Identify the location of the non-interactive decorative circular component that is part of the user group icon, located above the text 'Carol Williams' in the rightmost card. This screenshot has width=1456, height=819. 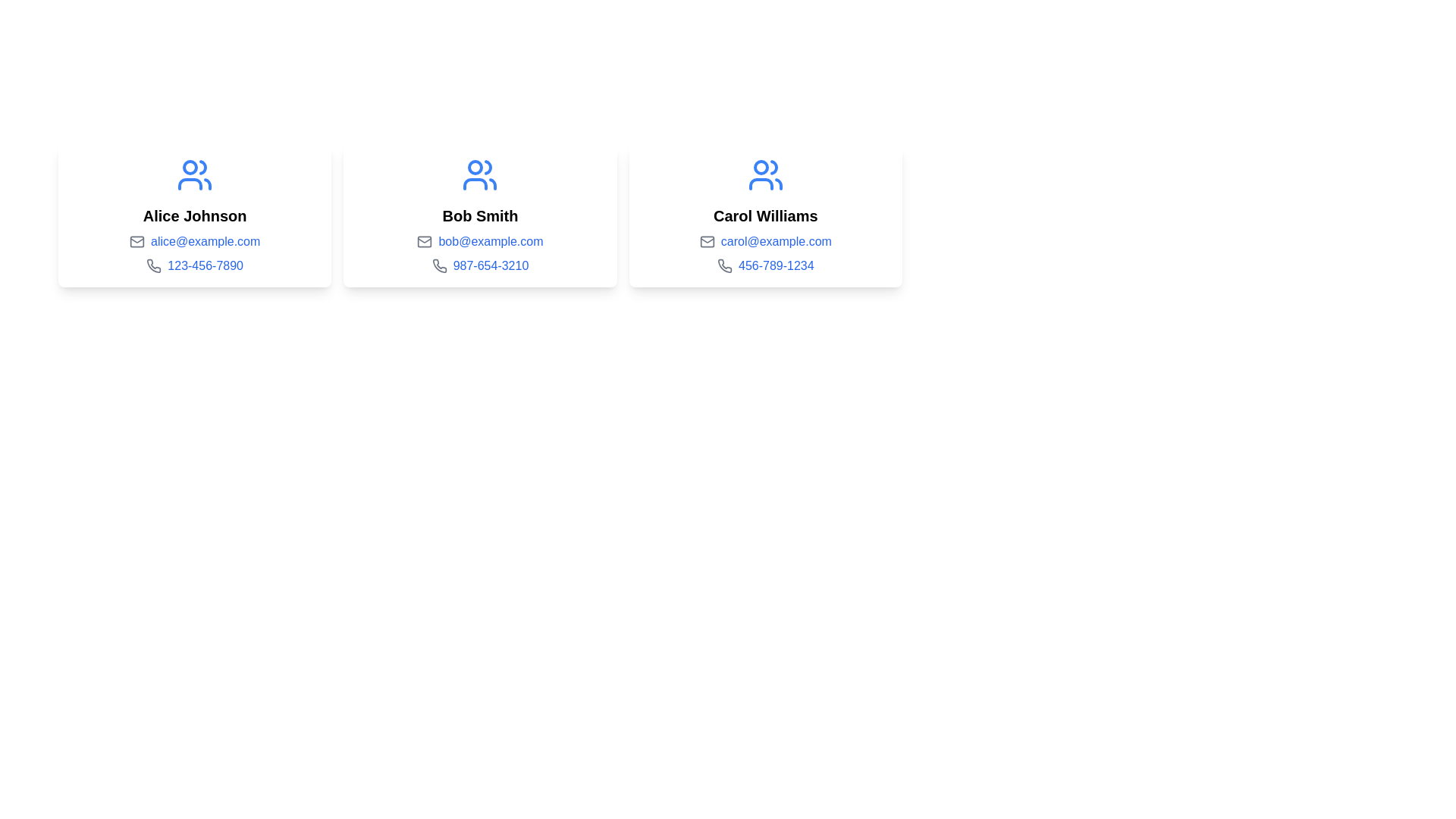
(761, 167).